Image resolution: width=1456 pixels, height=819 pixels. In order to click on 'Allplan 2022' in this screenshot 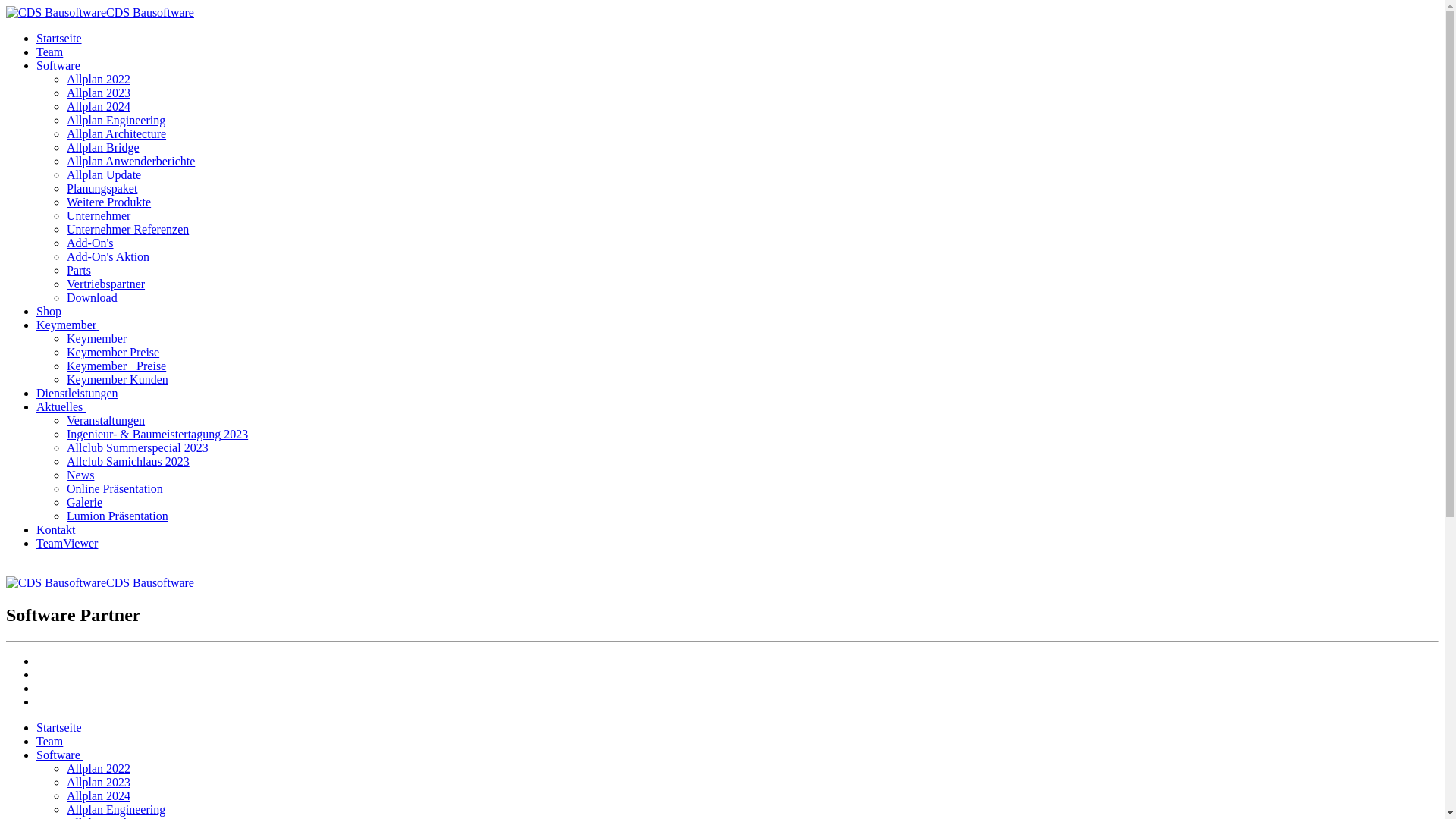, I will do `click(97, 79)`.